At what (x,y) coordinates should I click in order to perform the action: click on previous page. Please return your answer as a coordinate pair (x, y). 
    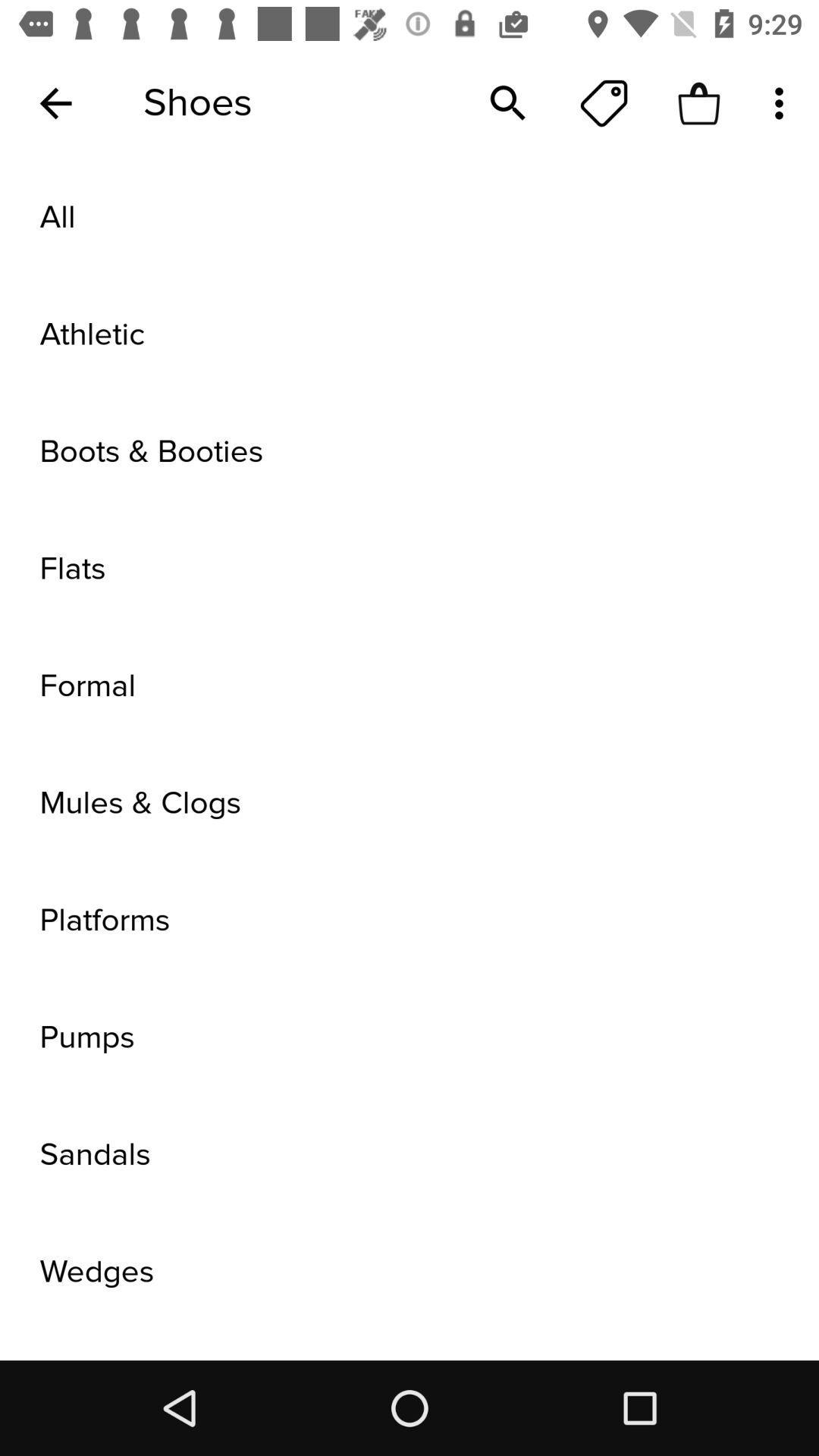
    Looking at the image, I should click on (55, 102).